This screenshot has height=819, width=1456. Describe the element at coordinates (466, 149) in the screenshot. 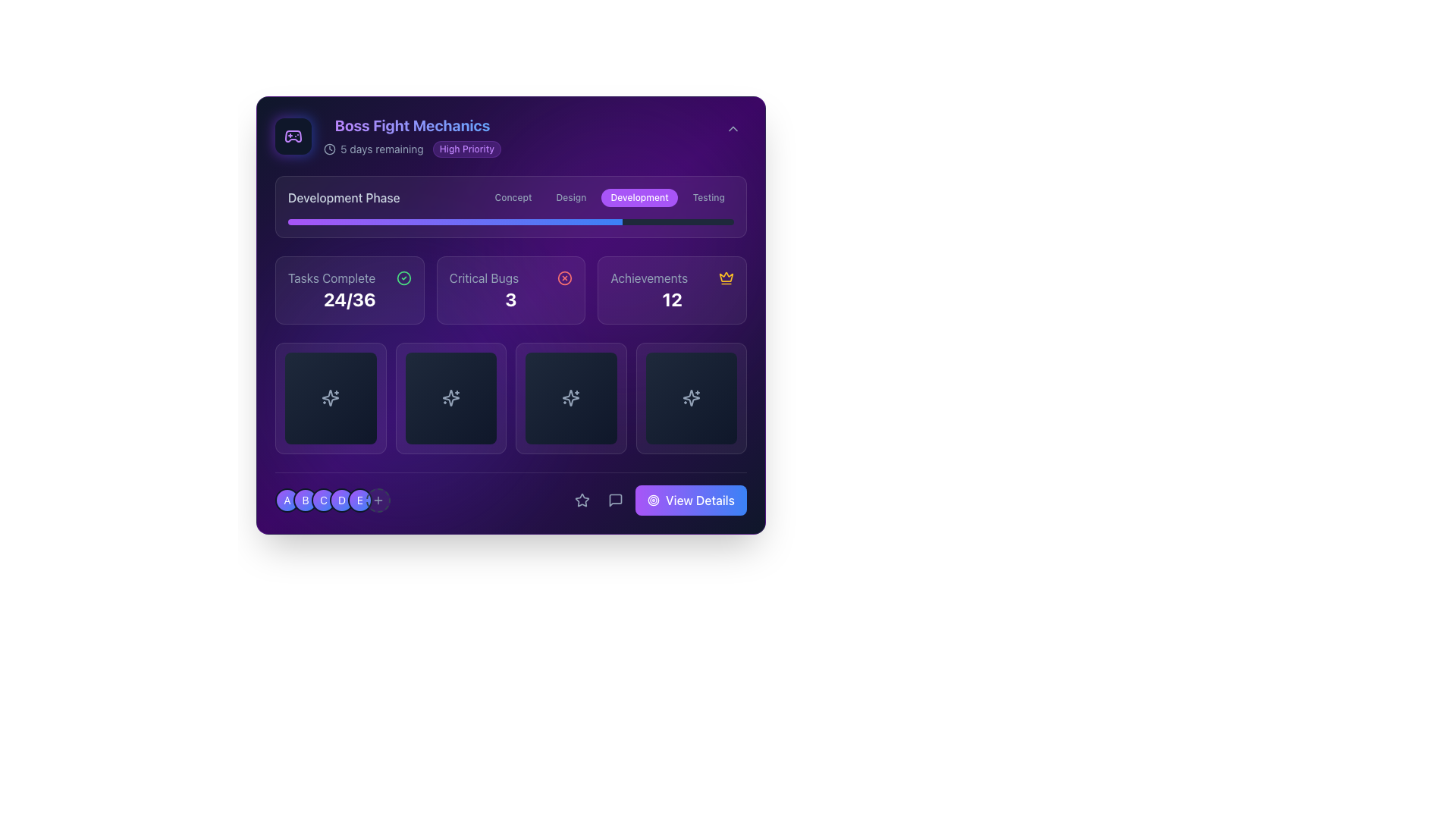

I see `text from the Badge element that displays 'High Priority', located between '5 days remaining' and 'Boss Fight Mechanics'` at that location.